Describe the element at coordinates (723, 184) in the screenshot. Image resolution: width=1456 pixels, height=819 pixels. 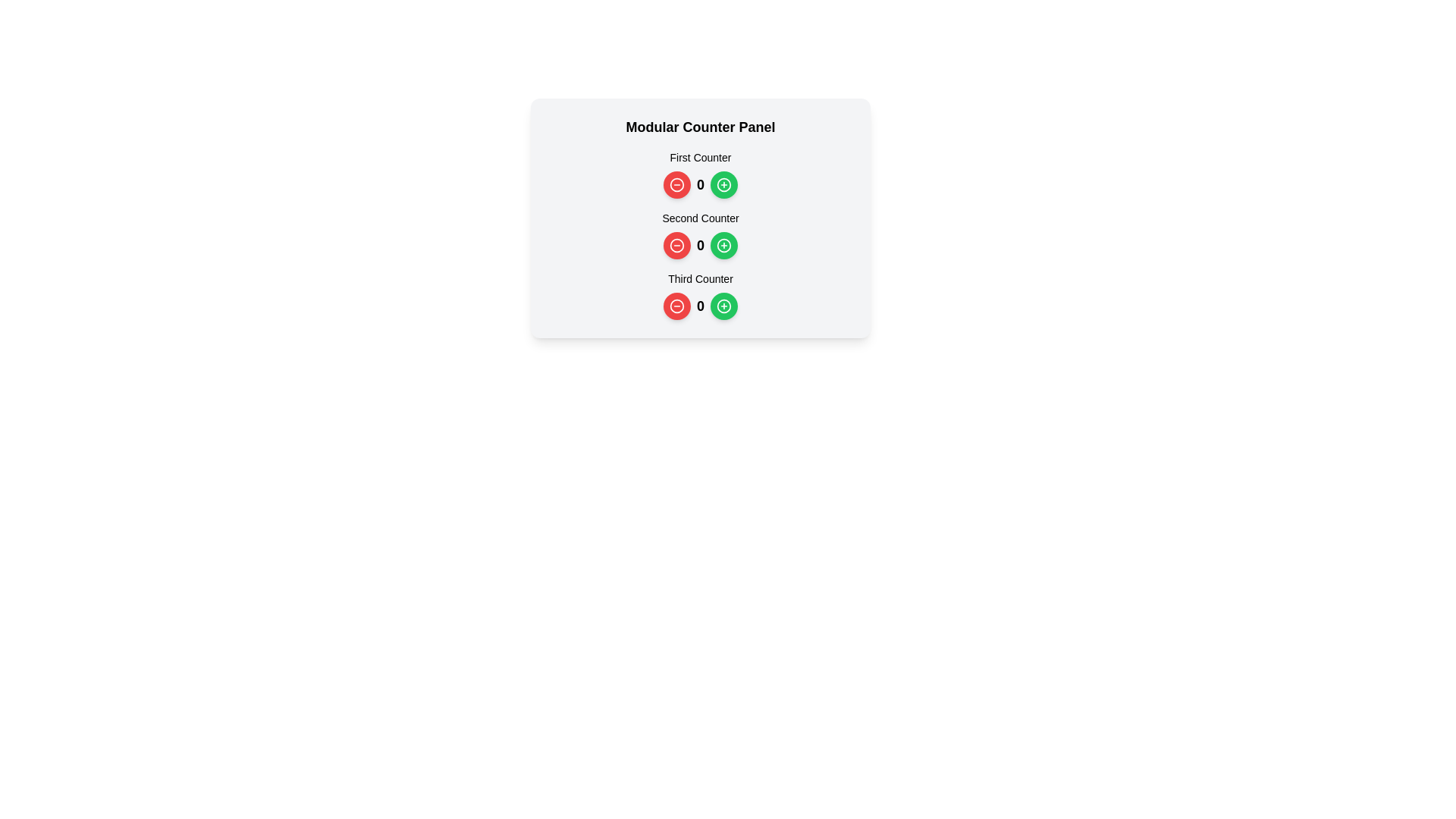
I see `the circular green button with a white plus icon, located at the right end of the first counter line, to observe styling changes due to the hover effect` at that location.